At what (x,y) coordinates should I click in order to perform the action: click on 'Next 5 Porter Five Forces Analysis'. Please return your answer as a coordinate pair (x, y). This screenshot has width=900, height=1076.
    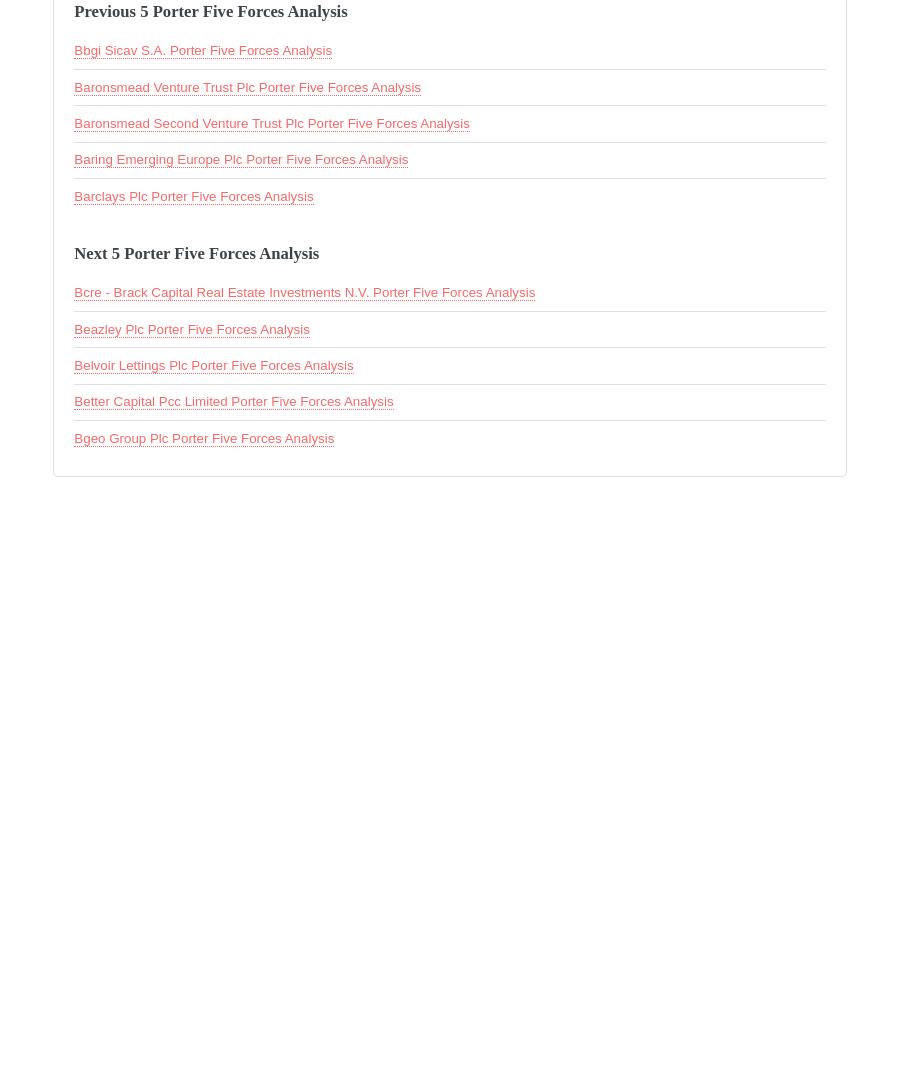
    Looking at the image, I should click on (196, 252).